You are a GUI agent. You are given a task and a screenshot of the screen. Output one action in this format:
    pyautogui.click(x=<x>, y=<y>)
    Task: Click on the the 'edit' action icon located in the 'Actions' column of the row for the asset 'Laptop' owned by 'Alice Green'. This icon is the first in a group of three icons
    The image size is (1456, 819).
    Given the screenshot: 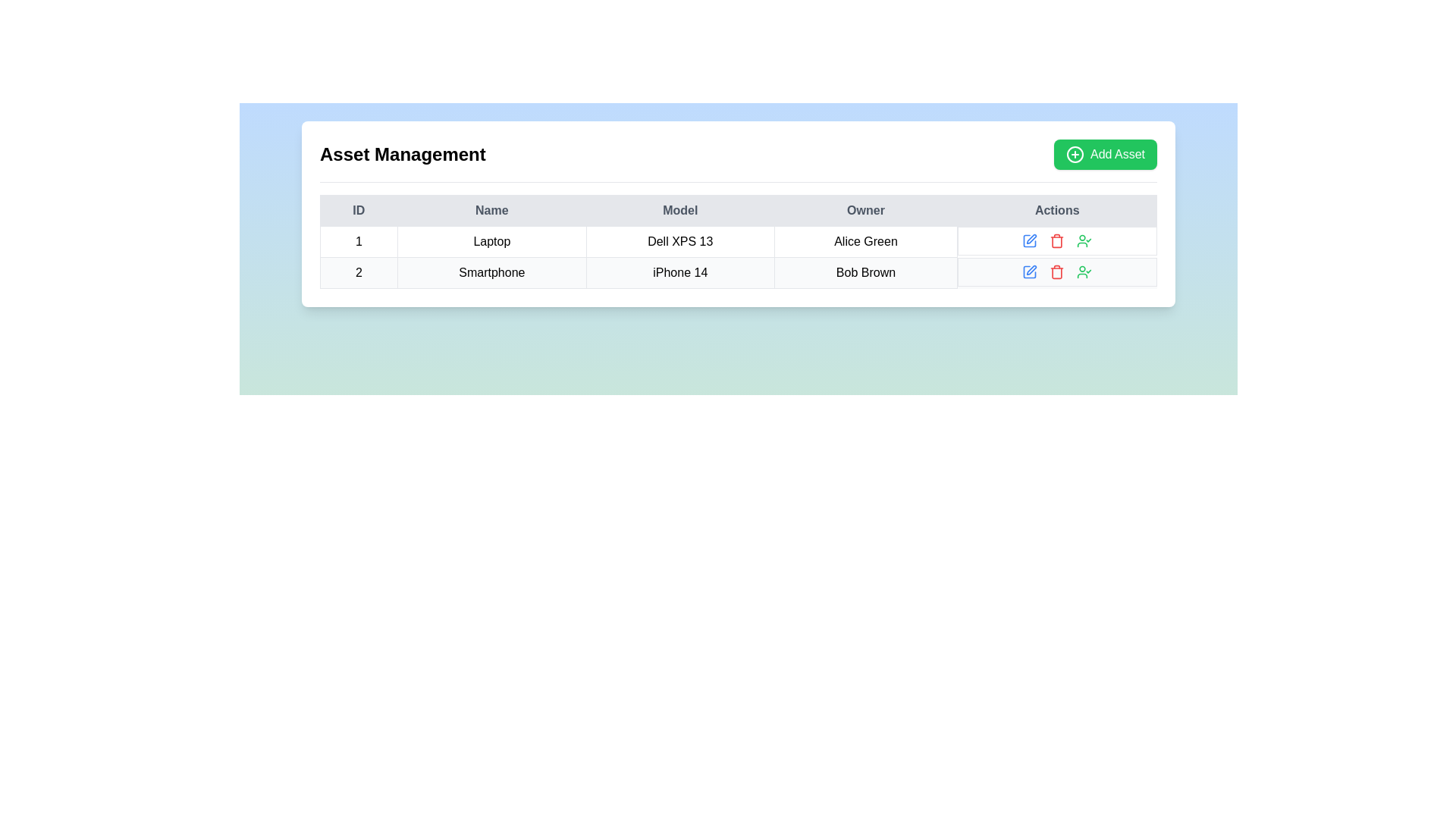 What is the action you would take?
    pyautogui.click(x=1030, y=240)
    